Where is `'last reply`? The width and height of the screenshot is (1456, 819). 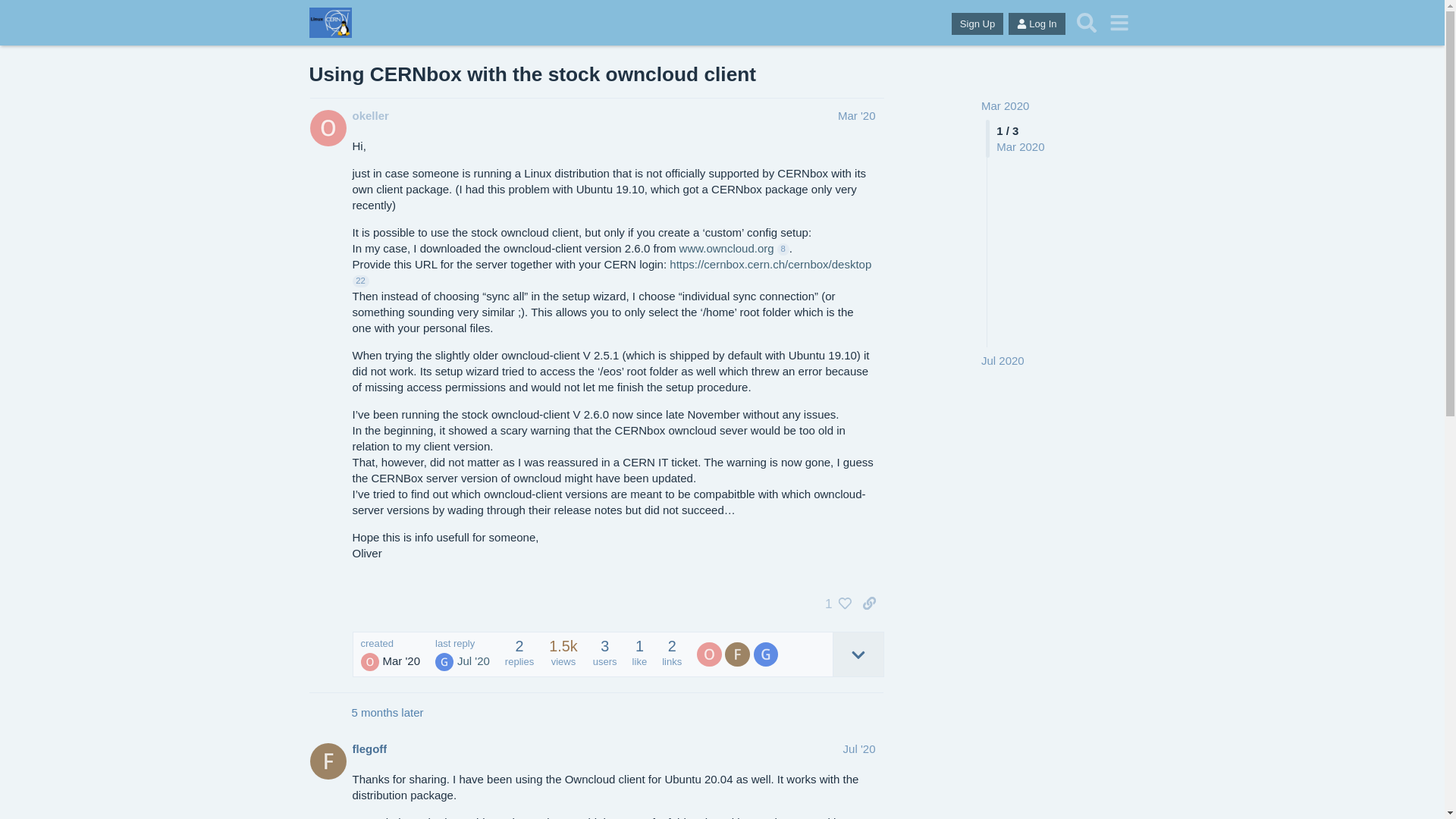 'last reply is located at coordinates (461, 654).